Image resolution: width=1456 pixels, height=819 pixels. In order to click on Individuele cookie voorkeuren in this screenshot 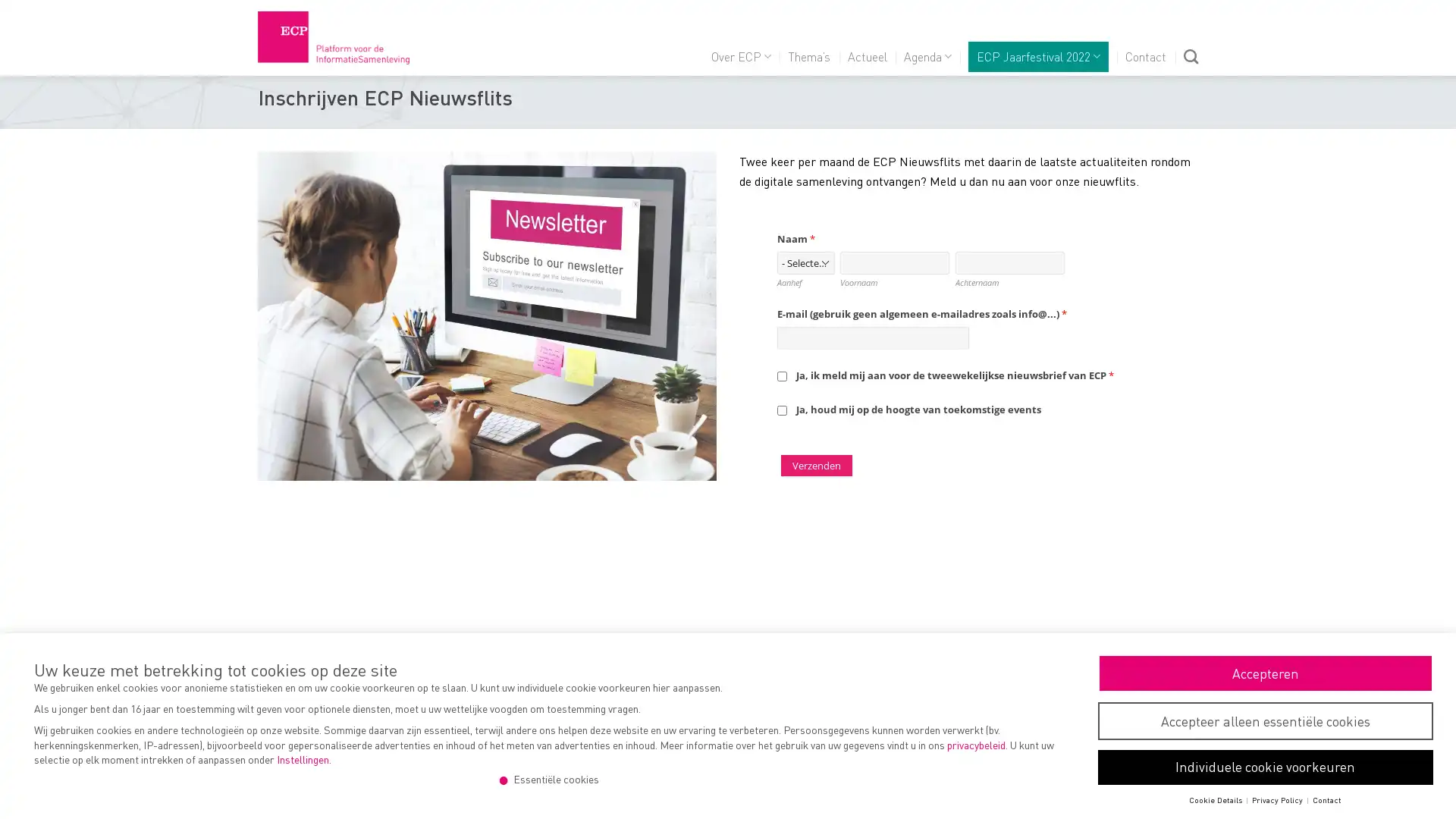, I will do `click(1265, 767)`.